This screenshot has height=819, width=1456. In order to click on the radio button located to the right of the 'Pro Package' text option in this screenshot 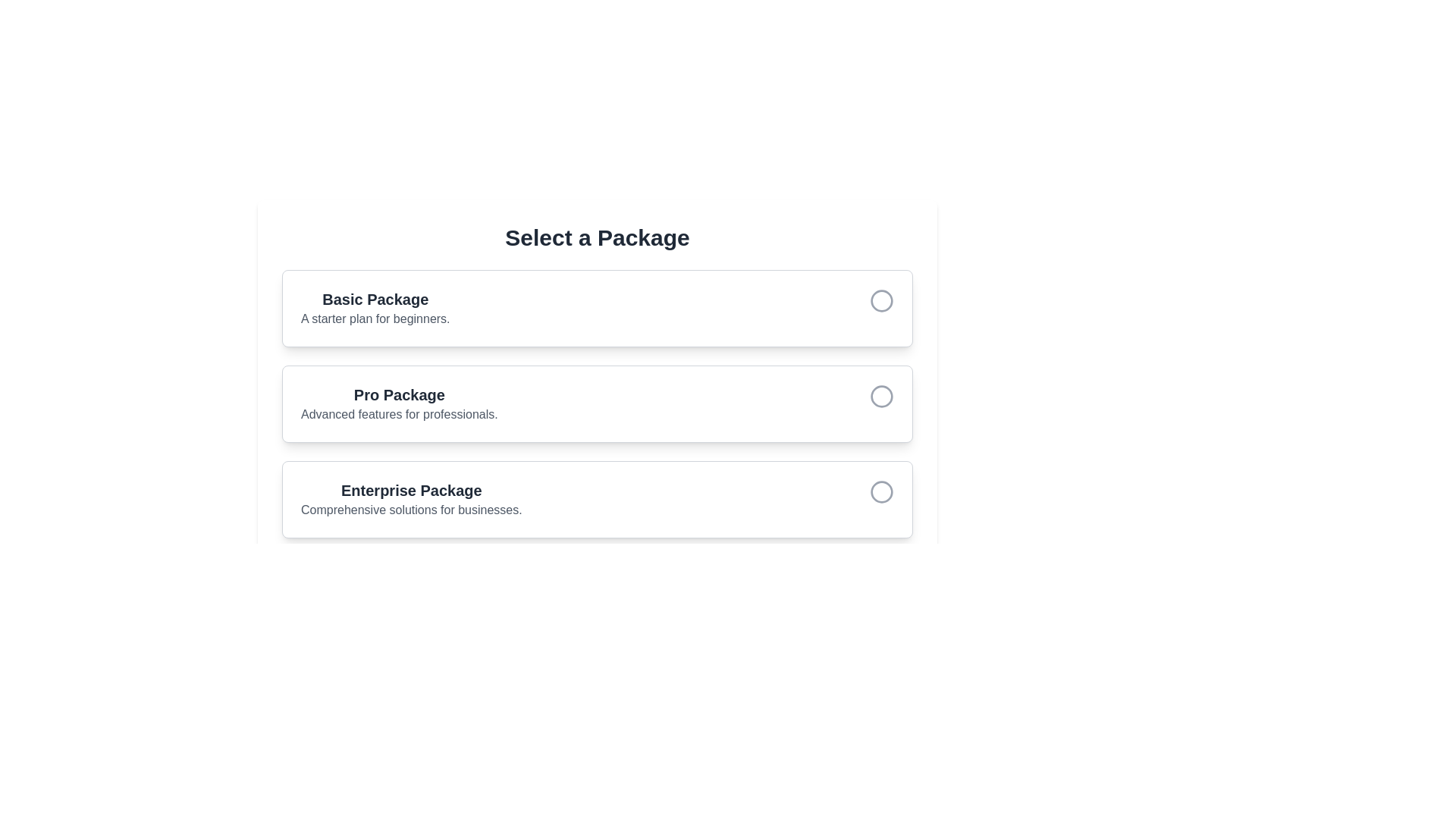, I will do `click(881, 396)`.